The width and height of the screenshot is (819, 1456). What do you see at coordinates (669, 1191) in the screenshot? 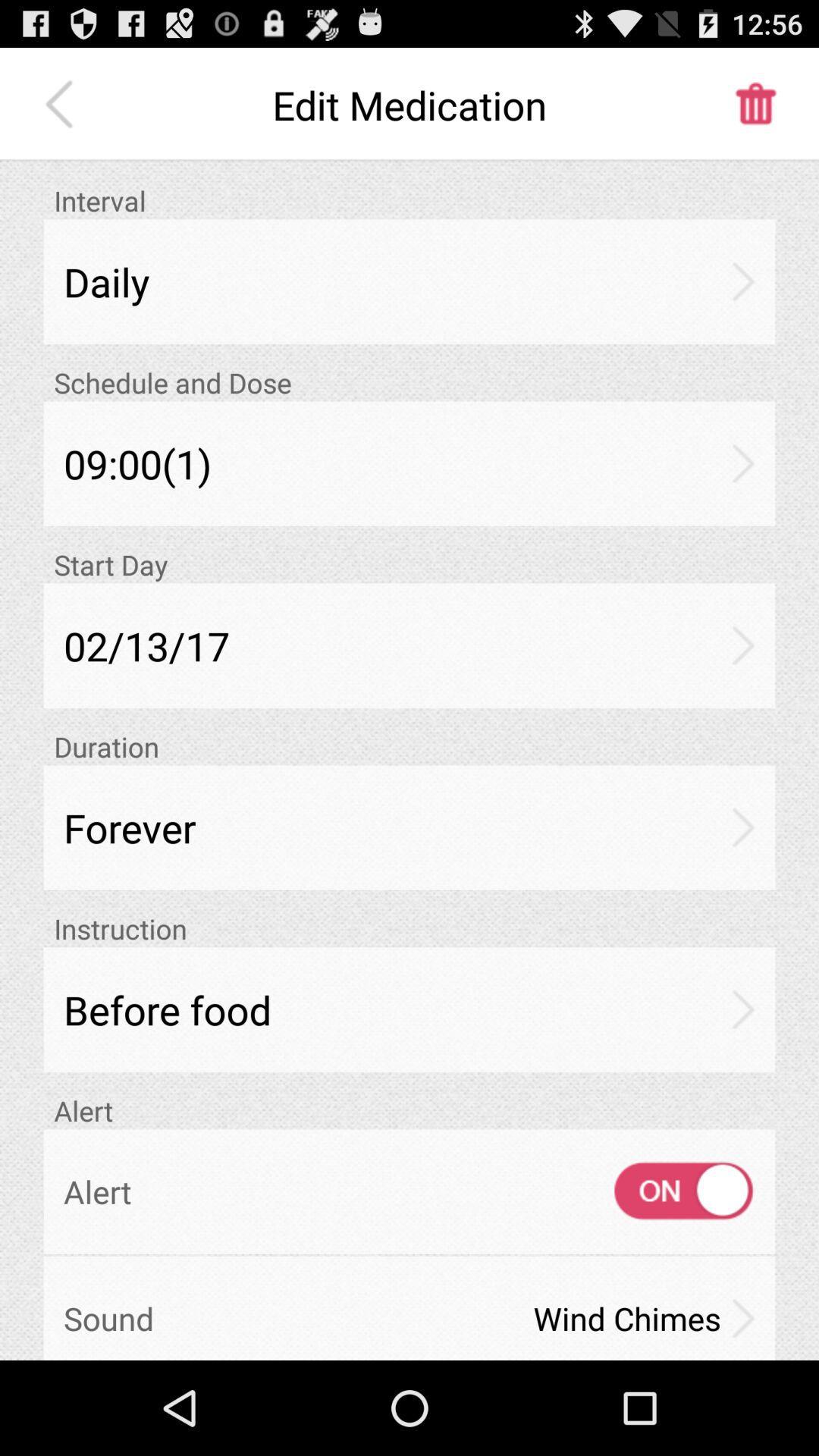
I see `icon next to alert` at bounding box center [669, 1191].